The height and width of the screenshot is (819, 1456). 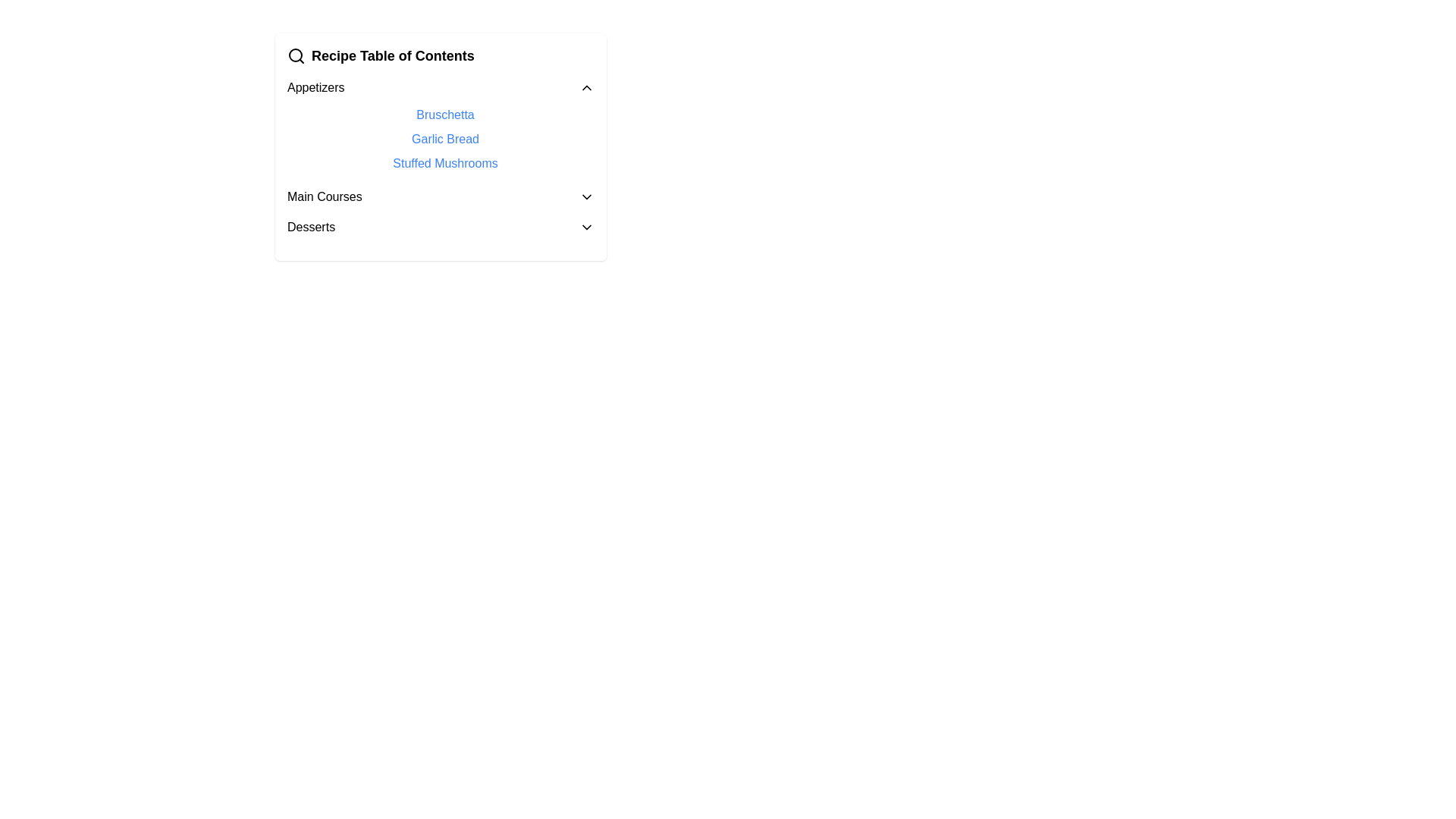 What do you see at coordinates (315, 87) in the screenshot?
I see `the text label 'Appetizers'` at bounding box center [315, 87].